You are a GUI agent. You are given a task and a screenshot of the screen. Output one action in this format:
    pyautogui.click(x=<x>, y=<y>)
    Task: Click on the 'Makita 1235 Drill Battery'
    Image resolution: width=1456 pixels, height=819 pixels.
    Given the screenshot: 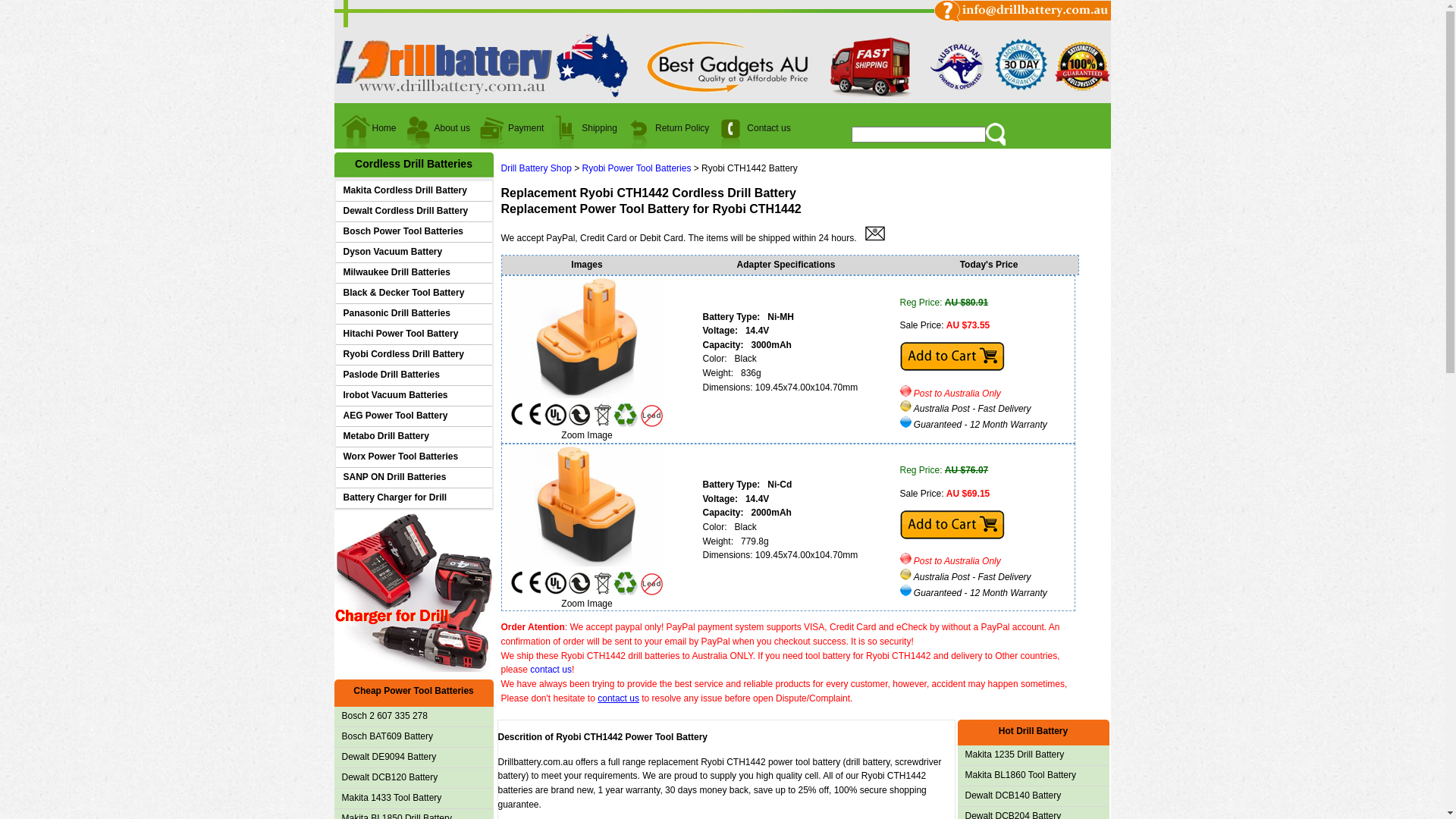 What is the action you would take?
    pyautogui.click(x=1032, y=755)
    